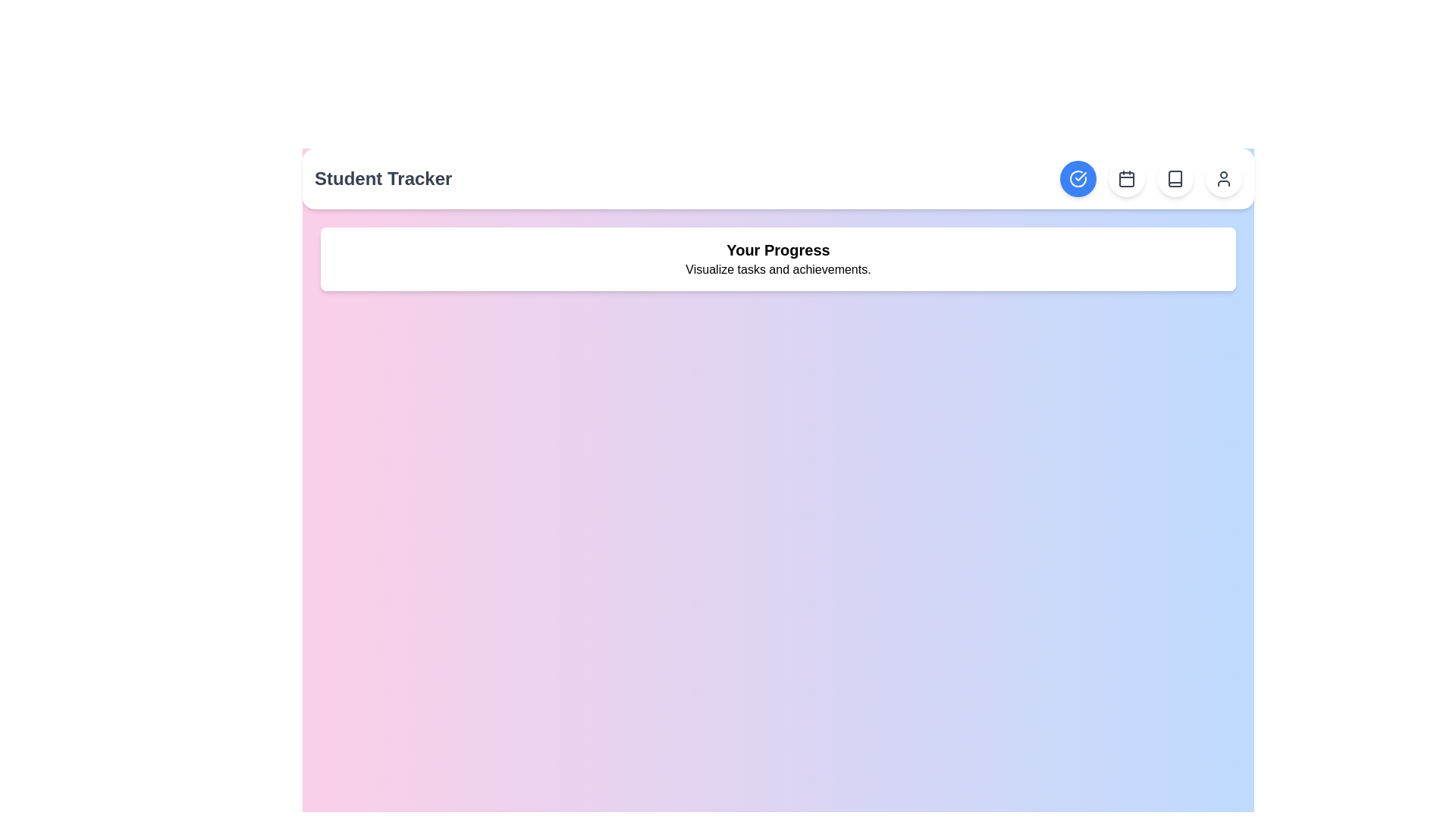 This screenshot has height=819, width=1456. What do you see at coordinates (1175, 177) in the screenshot?
I see `the third icon in the upper-right corner, which serves as a navigation button related to book functionality` at bounding box center [1175, 177].